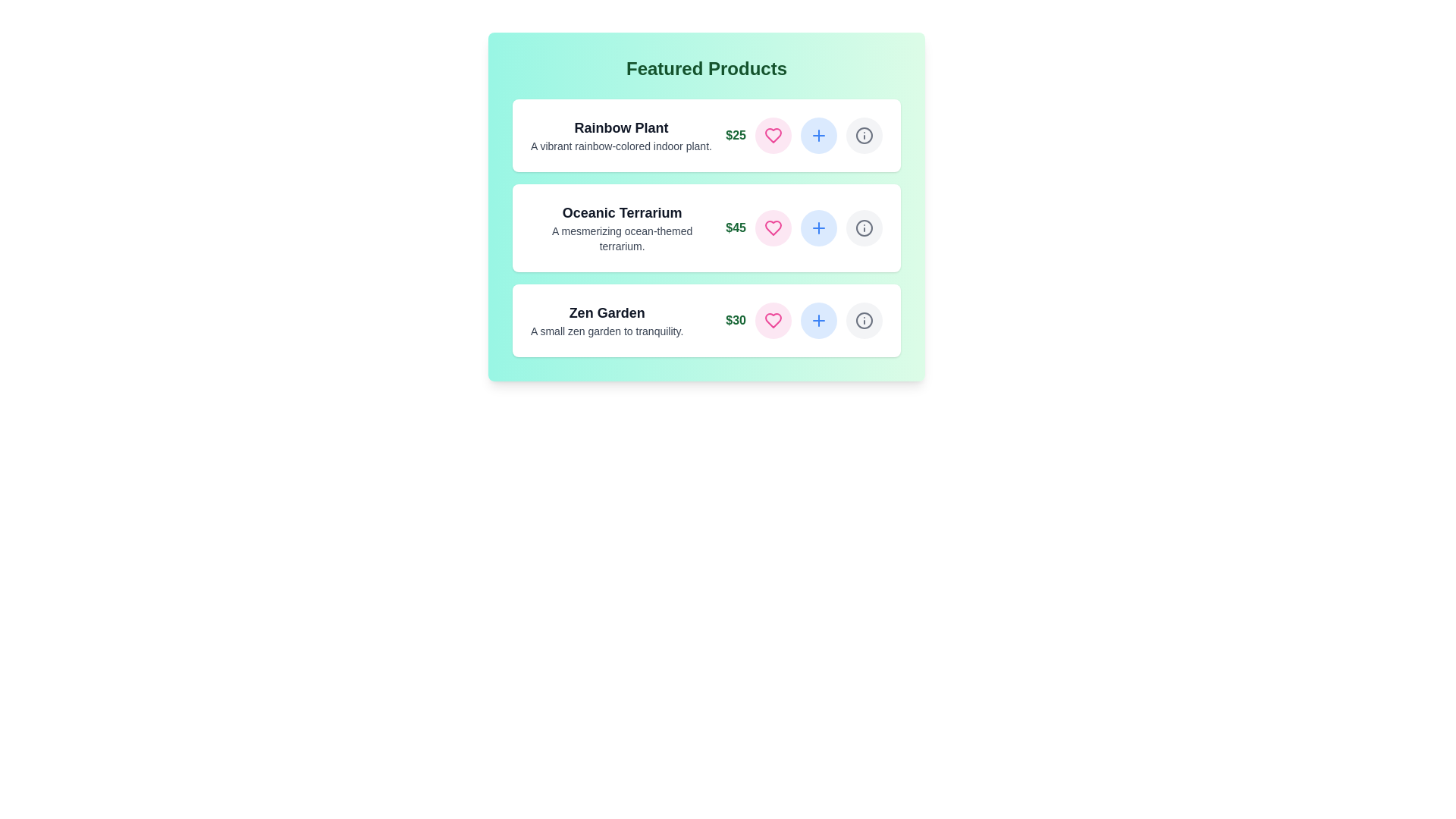 Image resolution: width=1456 pixels, height=819 pixels. I want to click on plus button for the product Rainbow Plant to add it to the cart, so click(818, 134).